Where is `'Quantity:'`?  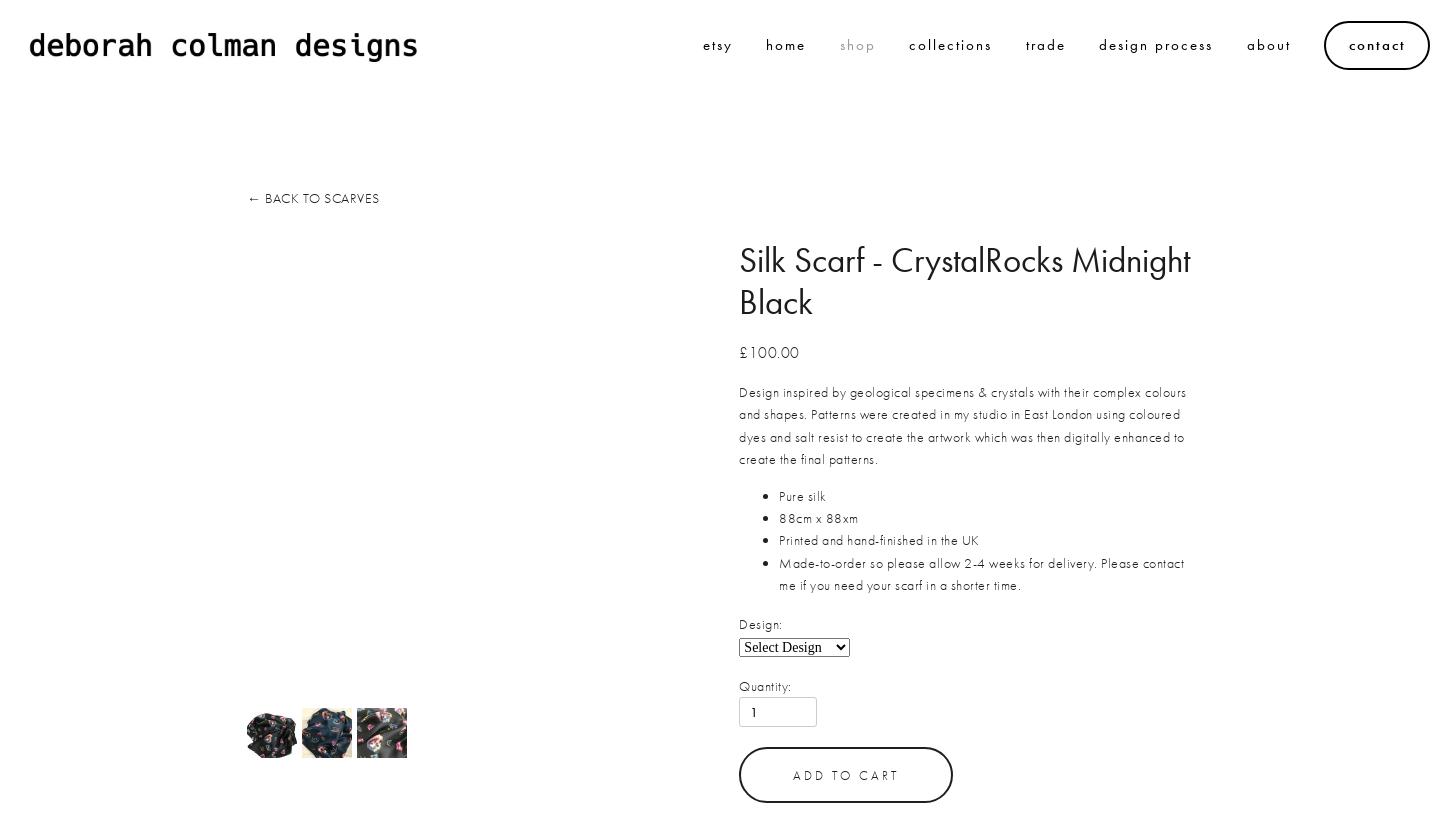 'Quantity:' is located at coordinates (765, 685).